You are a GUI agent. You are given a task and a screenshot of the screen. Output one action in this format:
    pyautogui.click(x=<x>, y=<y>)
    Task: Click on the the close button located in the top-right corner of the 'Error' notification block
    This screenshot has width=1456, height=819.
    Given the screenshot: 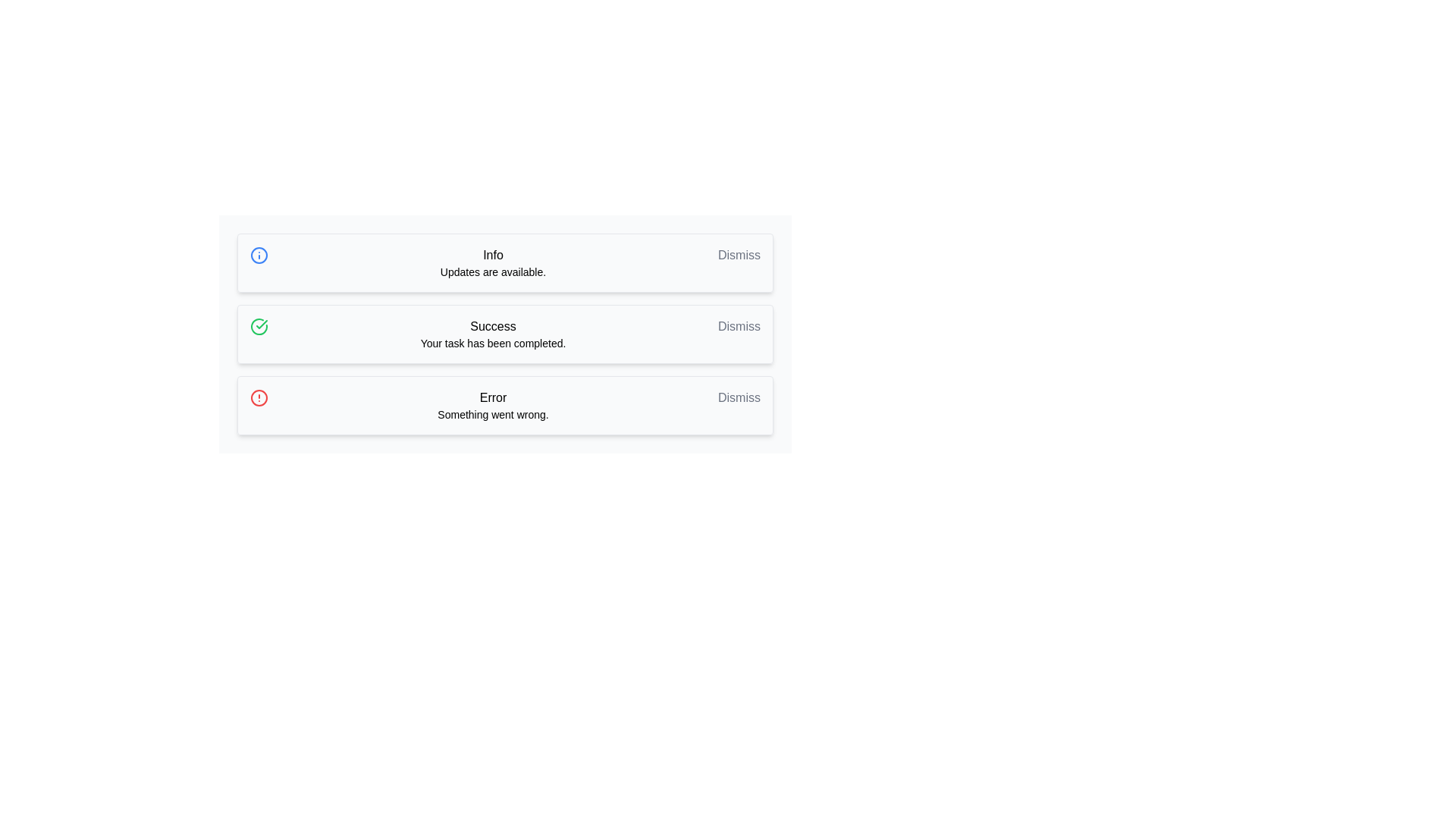 What is the action you would take?
    pyautogui.click(x=739, y=397)
    